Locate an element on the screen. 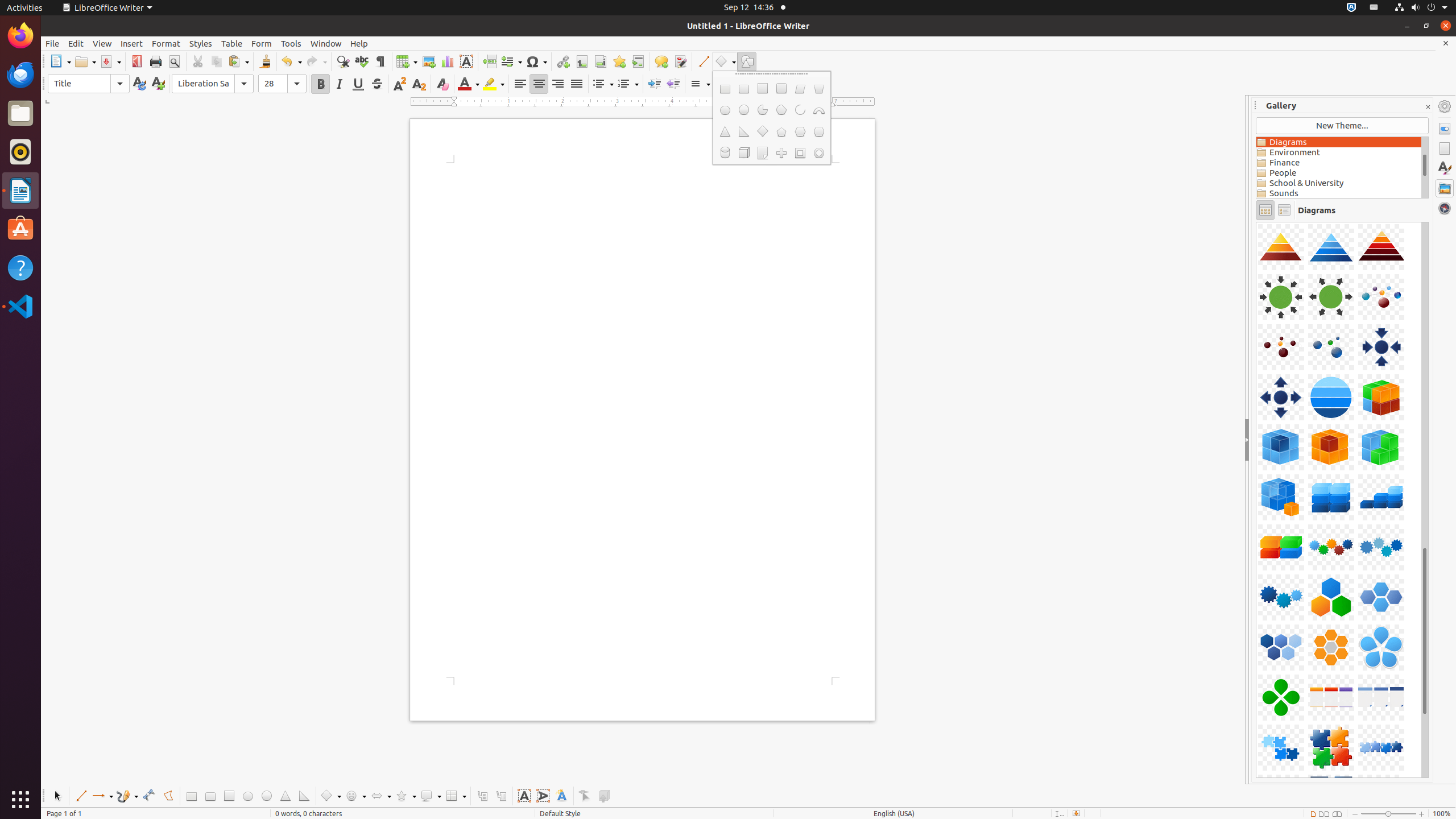  'Strikethrough' is located at coordinates (376, 83).